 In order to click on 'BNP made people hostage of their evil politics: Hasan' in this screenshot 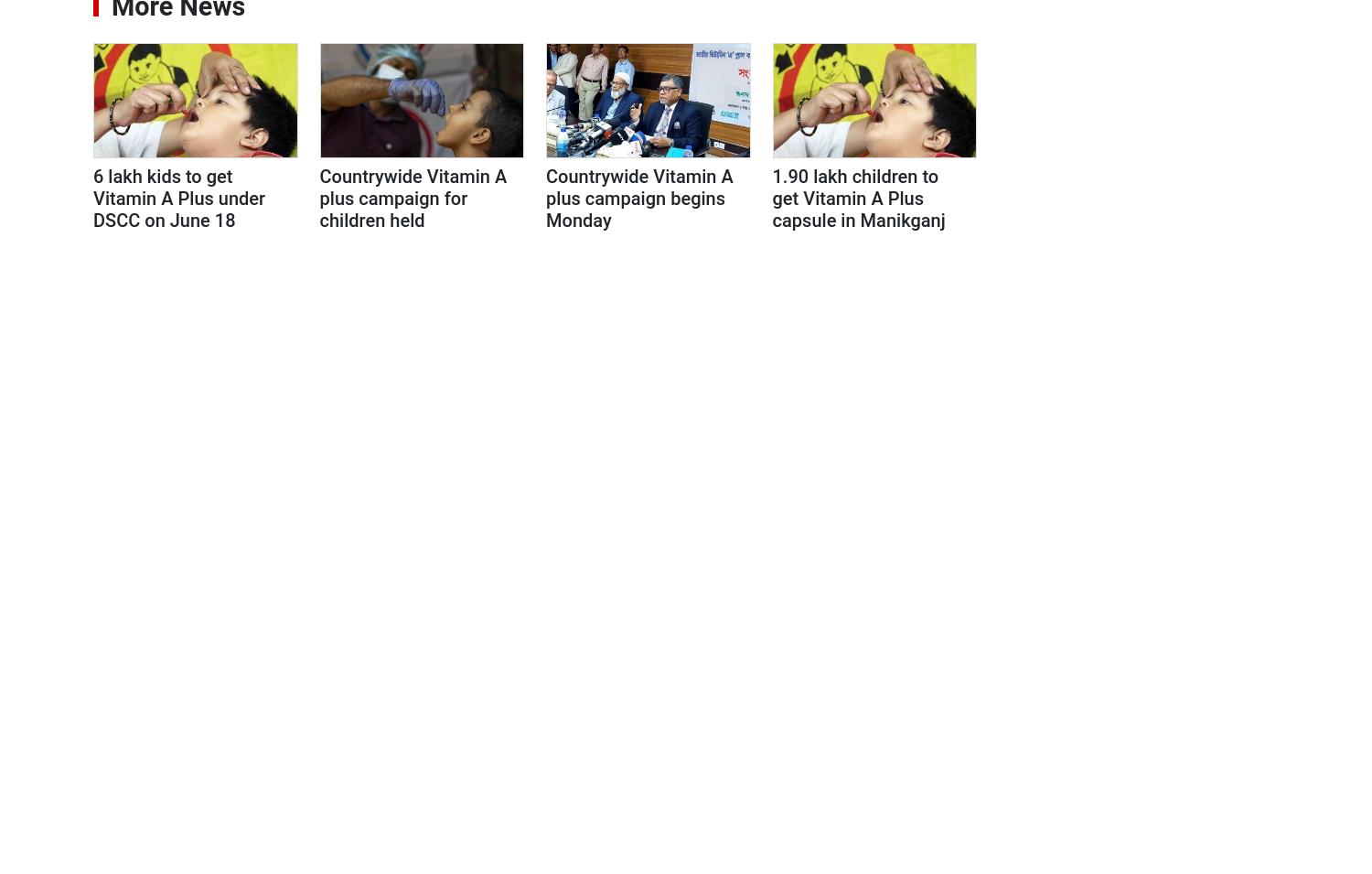, I will do `click(1155, 107)`.